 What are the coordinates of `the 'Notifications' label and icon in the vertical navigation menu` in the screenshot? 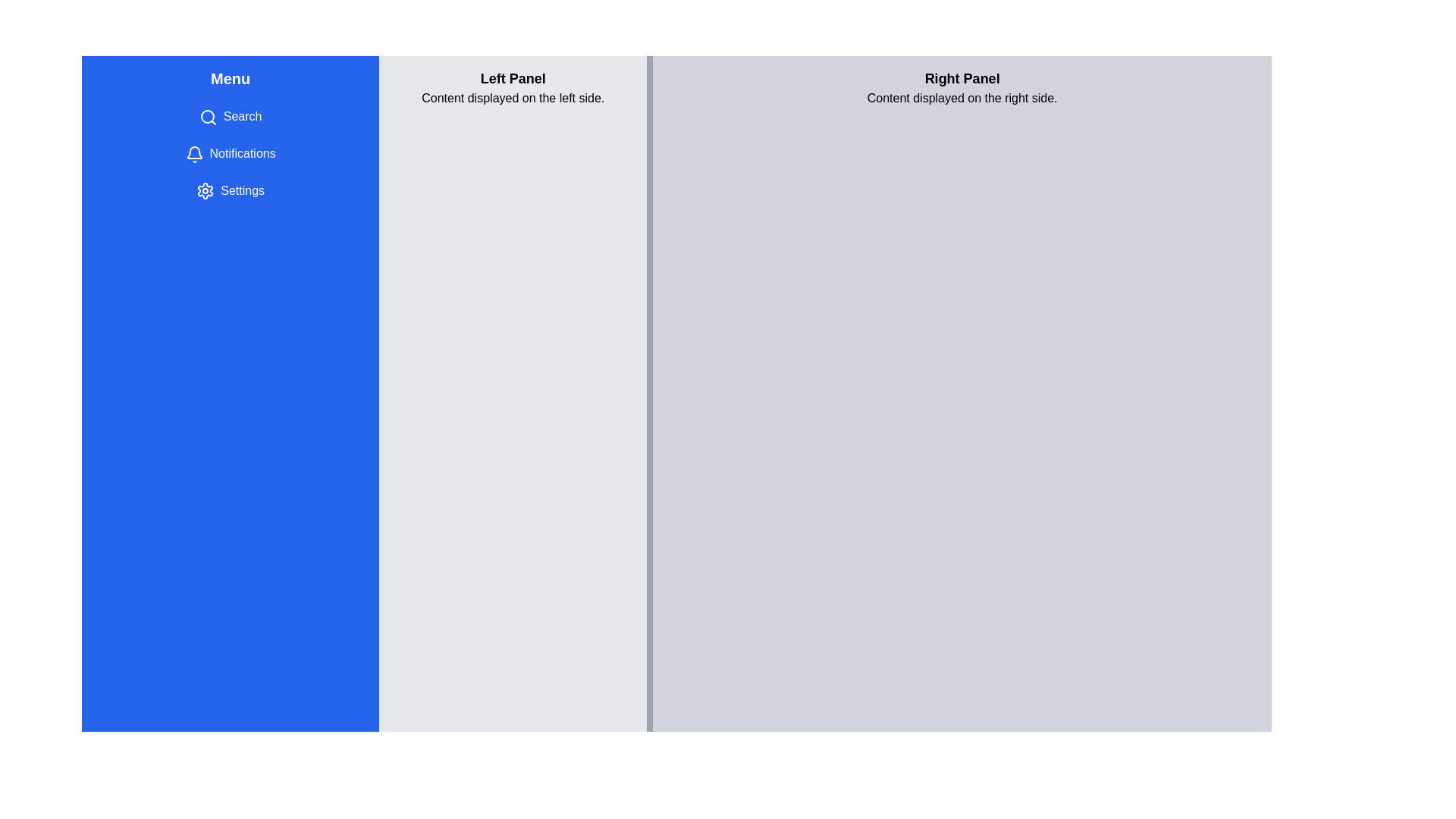 It's located at (230, 154).